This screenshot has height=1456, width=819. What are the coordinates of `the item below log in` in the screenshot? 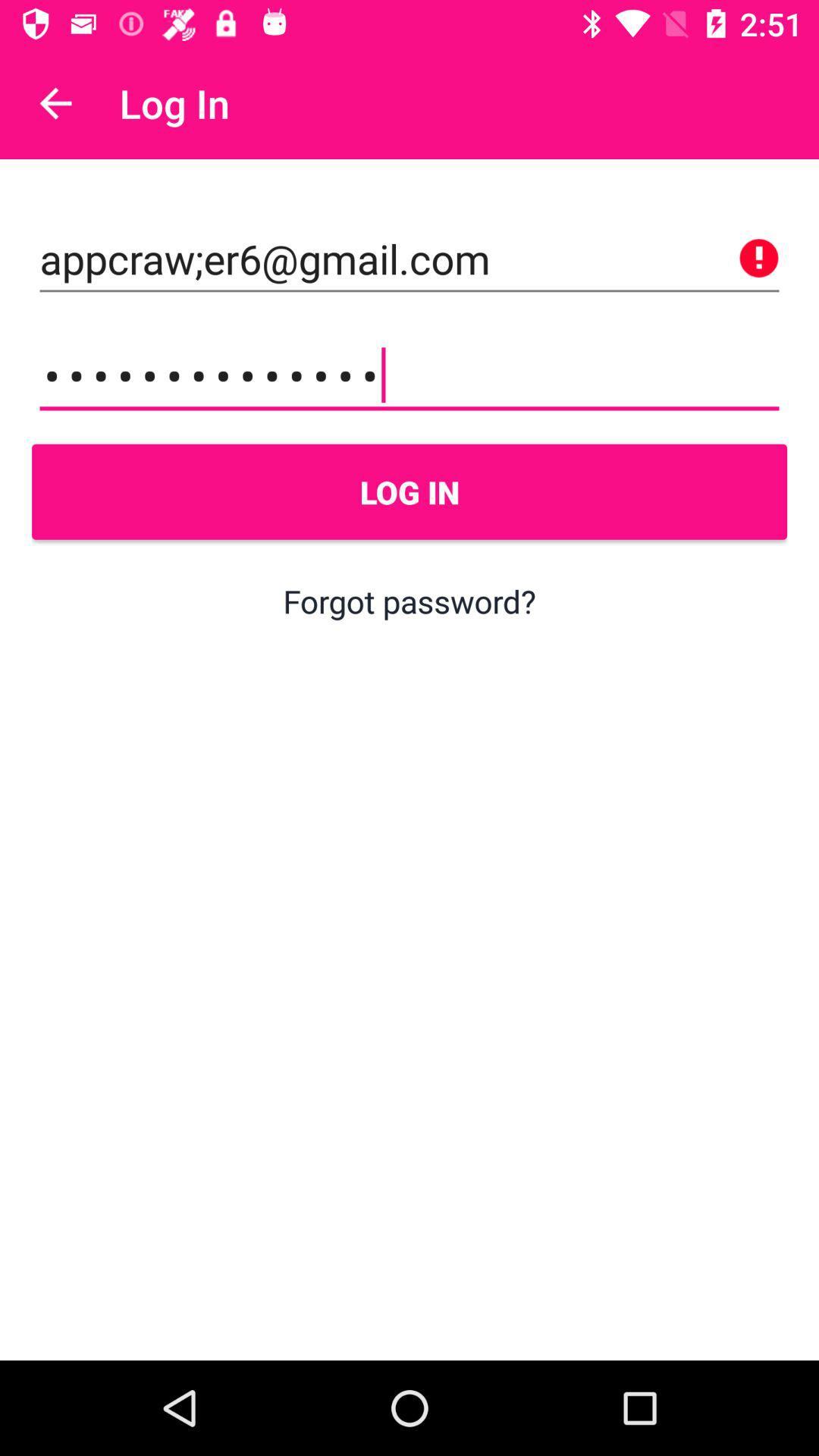 It's located at (409, 600).